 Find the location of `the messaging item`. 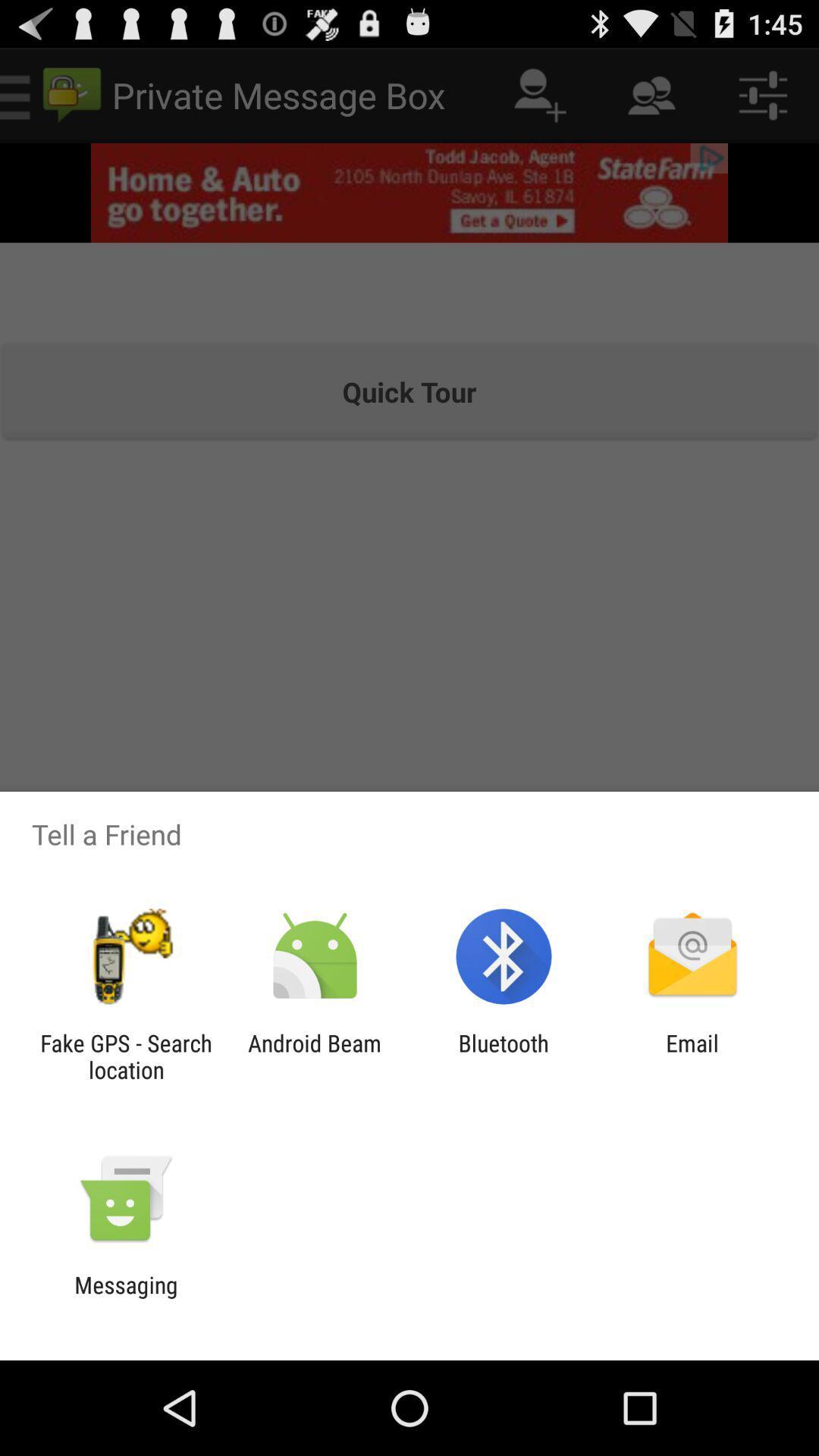

the messaging item is located at coordinates (125, 1298).